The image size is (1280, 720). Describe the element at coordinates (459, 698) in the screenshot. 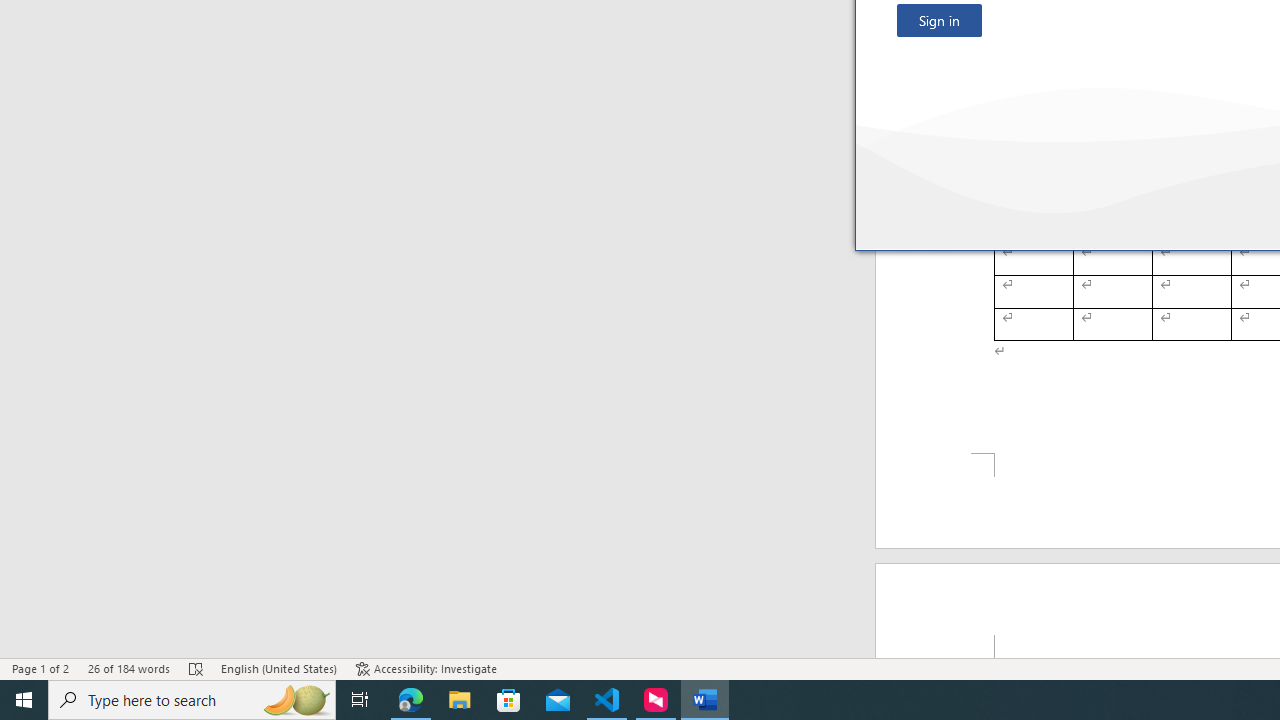

I see `'File Explorer'` at that location.